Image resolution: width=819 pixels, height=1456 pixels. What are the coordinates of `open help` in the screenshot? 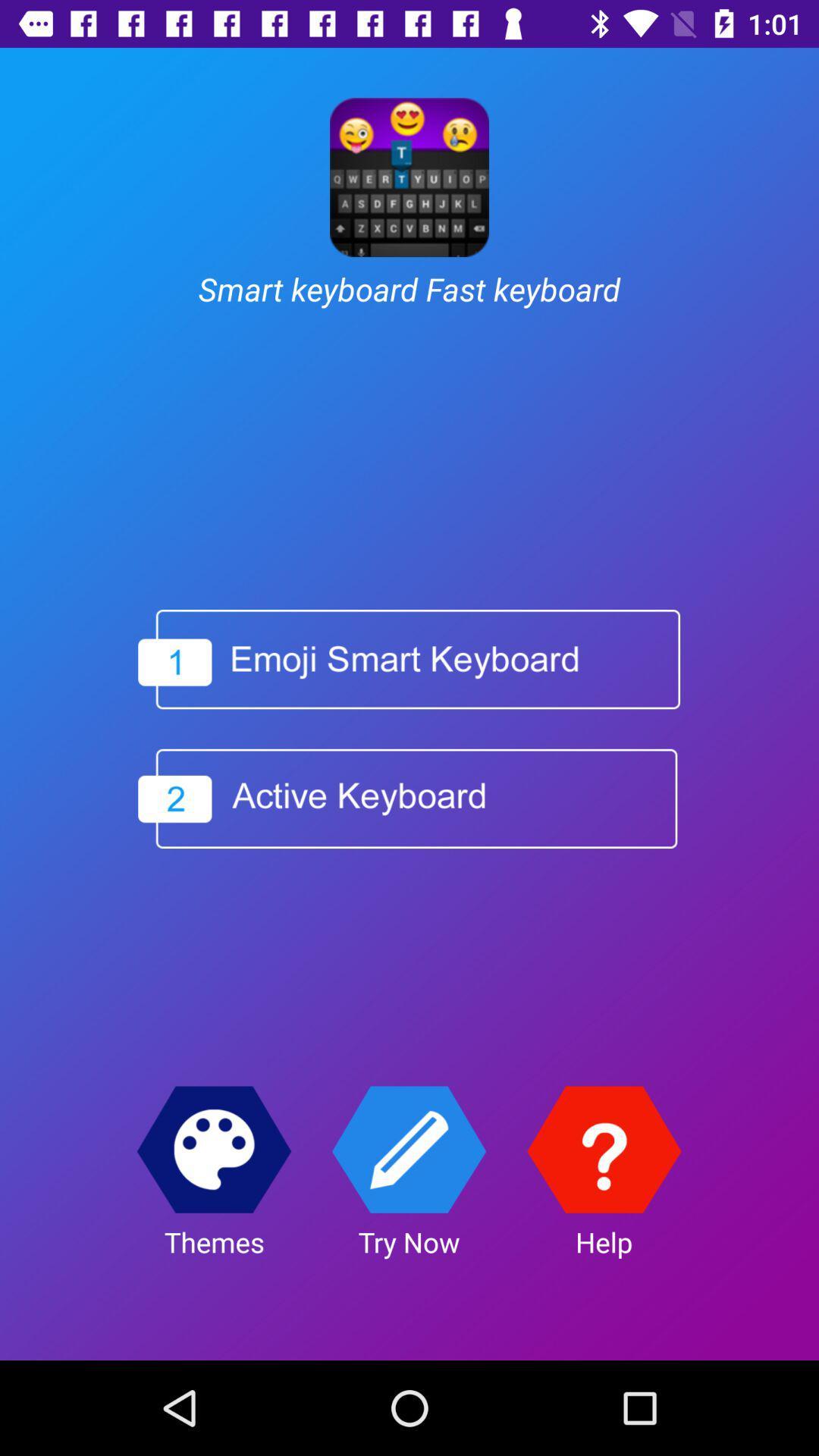 It's located at (603, 1150).